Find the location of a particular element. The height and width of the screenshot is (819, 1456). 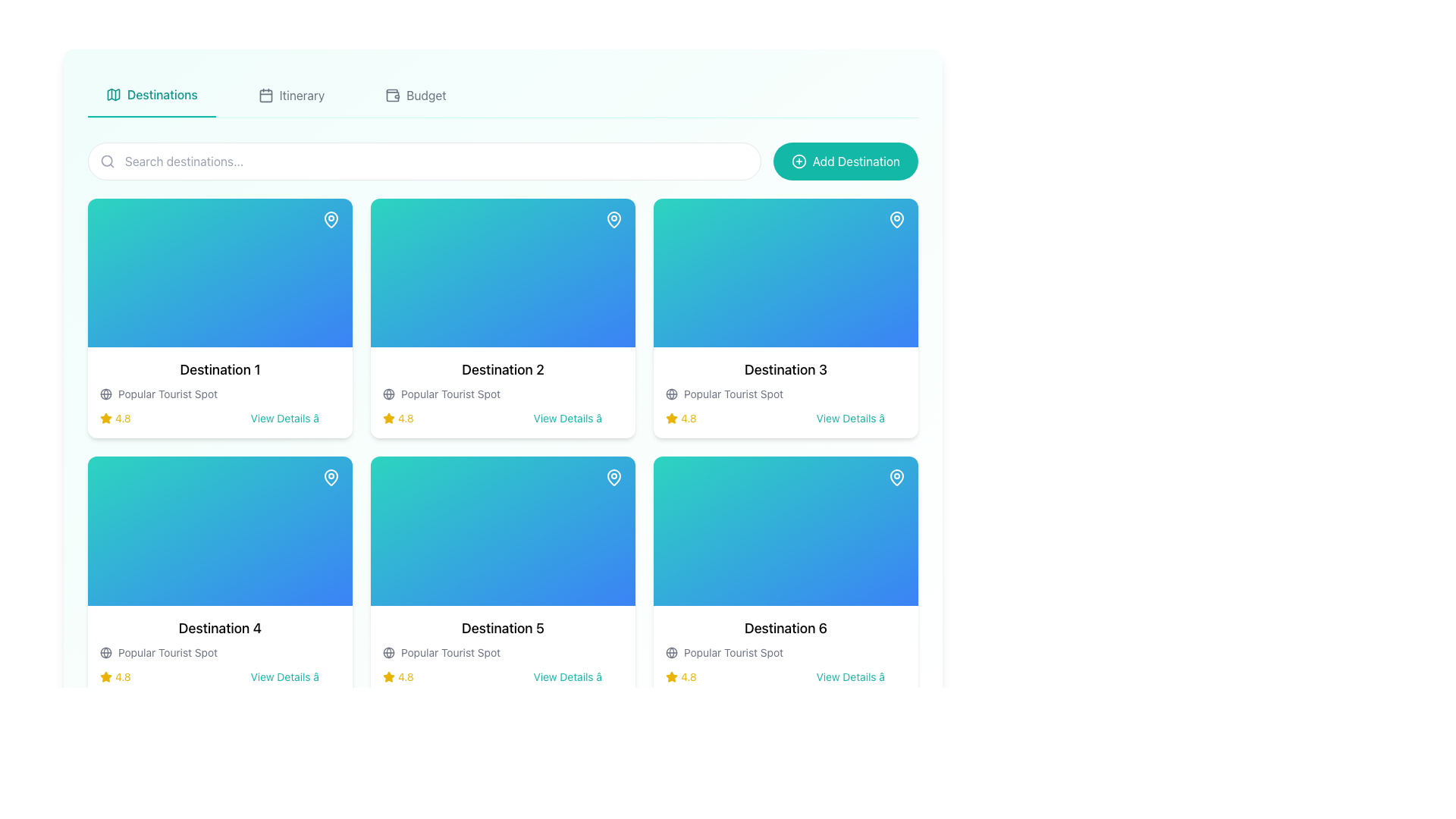

the star icon with a yellow fill color, which is located next to the numeric rating '4.8' in the last card of the second row in the grid layout is located at coordinates (671, 675).